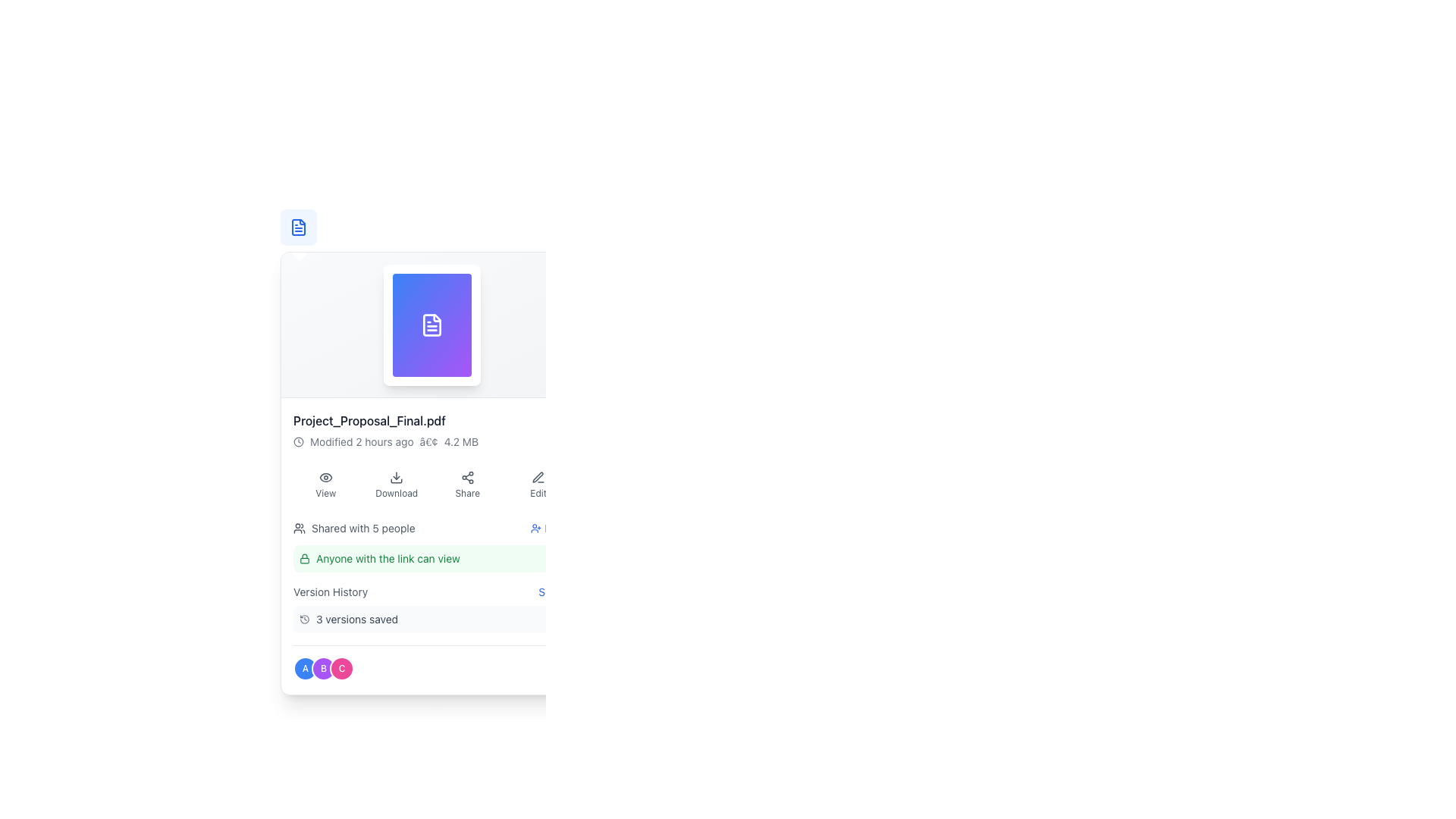 The image size is (1456, 819). What do you see at coordinates (560, 421) in the screenshot?
I see `the favorite button located to the far right of the row containing 'Project_Proposal_Final.pdf', which highlights it for easier access` at bounding box center [560, 421].